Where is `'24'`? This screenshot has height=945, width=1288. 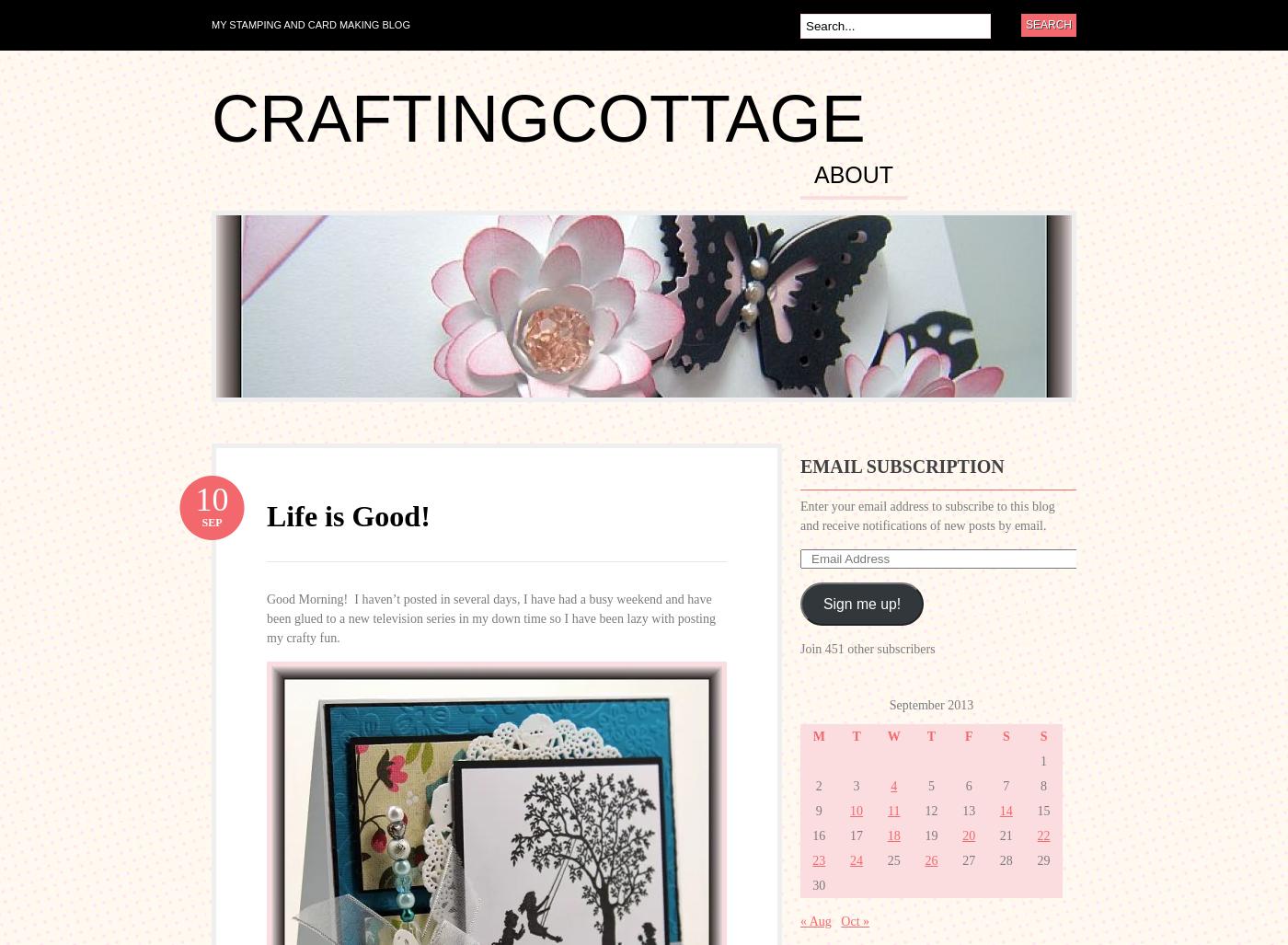
'24' is located at coordinates (850, 860).